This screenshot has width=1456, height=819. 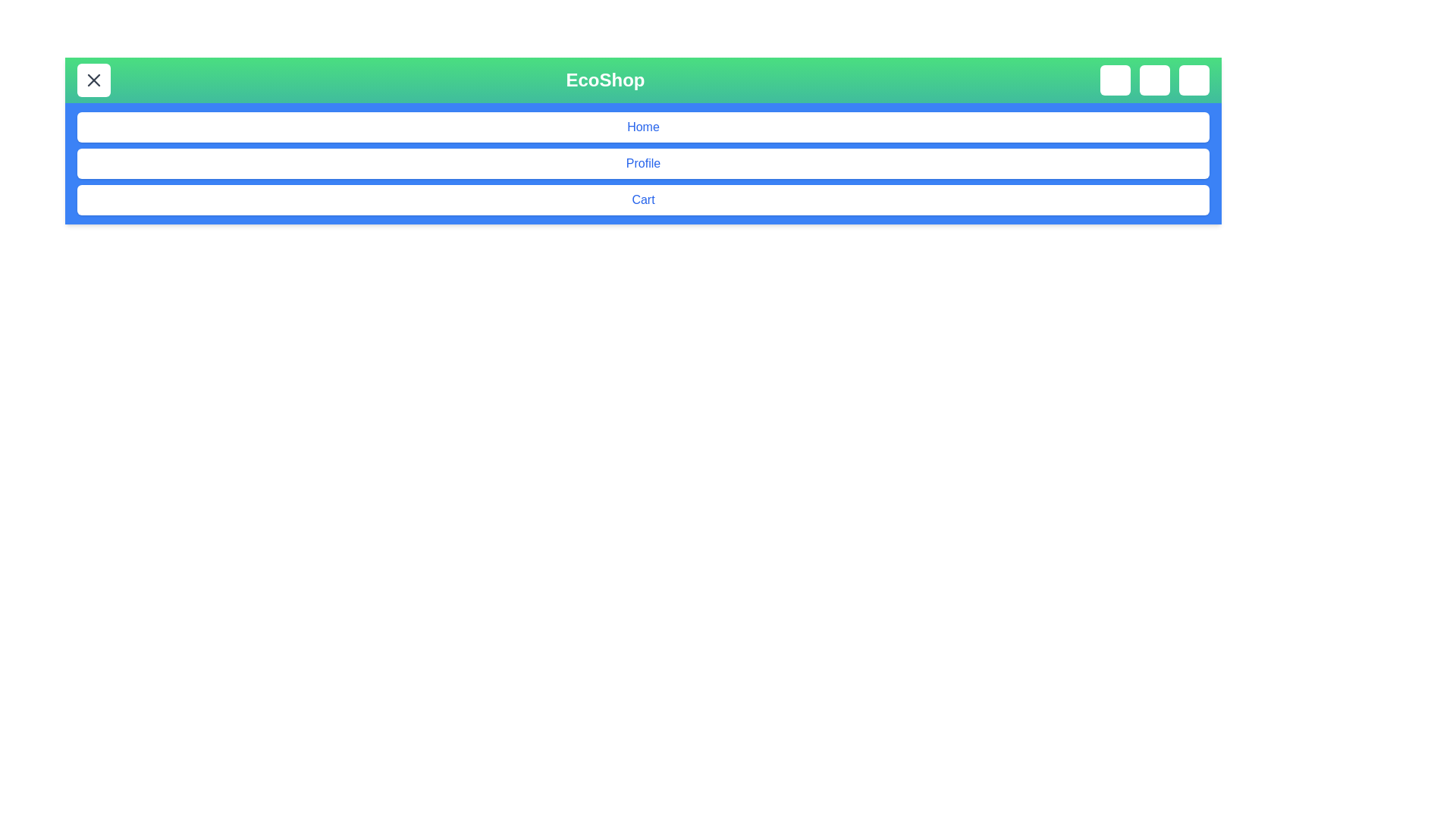 What do you see at coordinates (1153, 80) in the screenshot?
I see `the wishlist icon button` at bounding box center [1153, 80].